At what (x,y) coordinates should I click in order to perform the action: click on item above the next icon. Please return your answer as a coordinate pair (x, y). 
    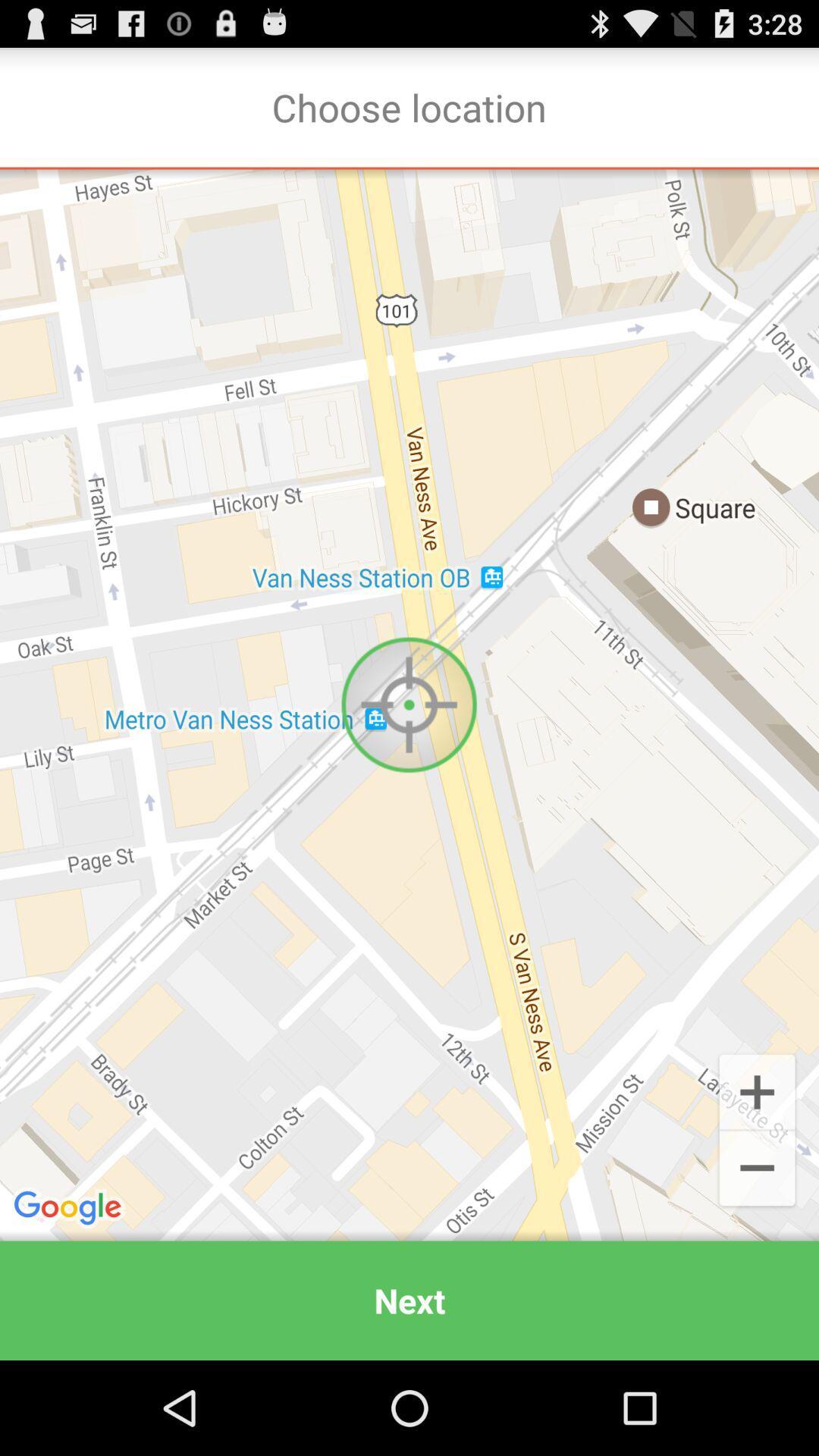
    Looking at the image, I should click on (409, 704).